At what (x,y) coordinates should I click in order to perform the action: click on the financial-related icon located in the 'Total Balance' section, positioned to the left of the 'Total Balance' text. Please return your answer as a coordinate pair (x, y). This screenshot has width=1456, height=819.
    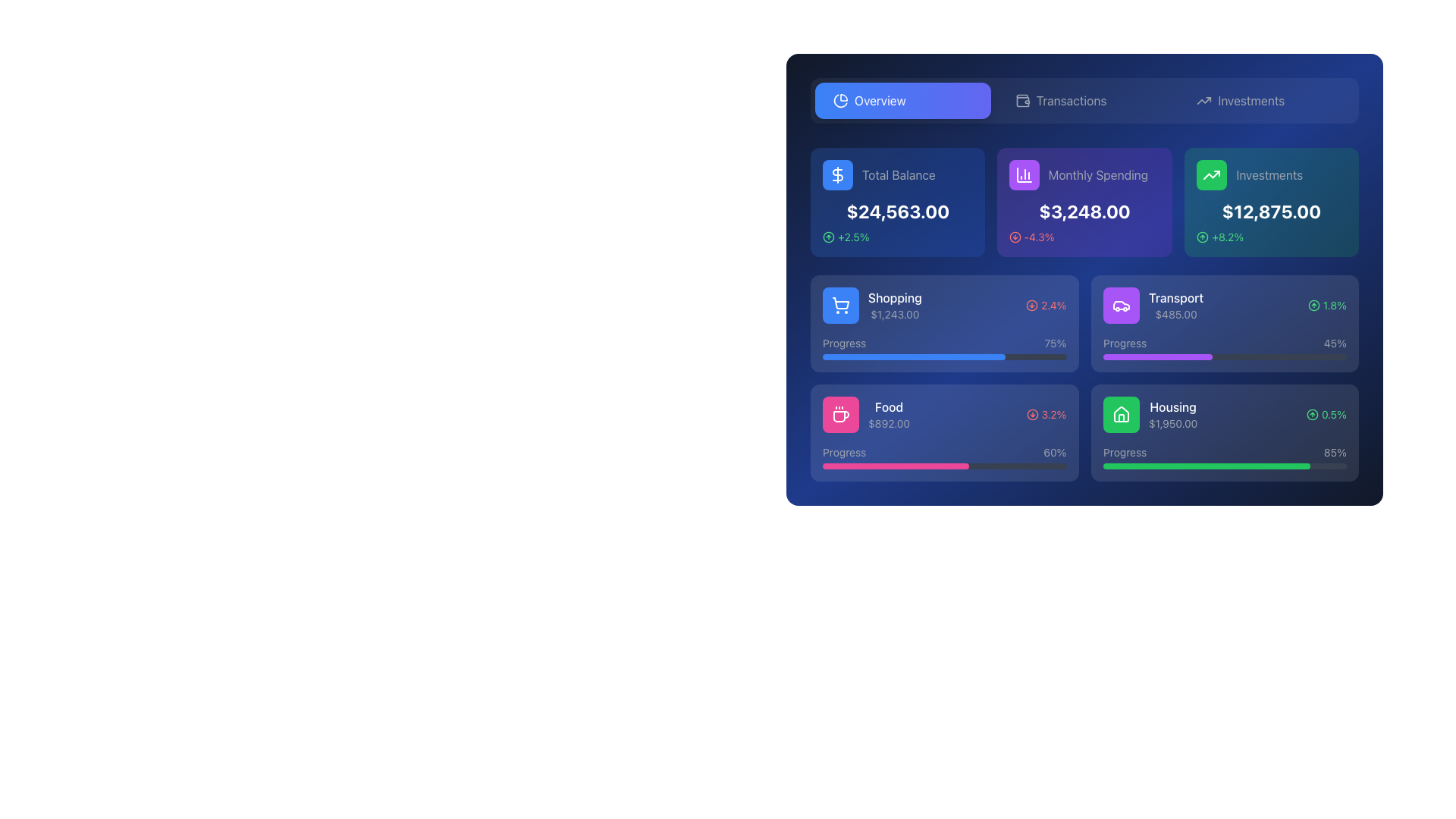
    Looking at the image, I should click on (836, 174).